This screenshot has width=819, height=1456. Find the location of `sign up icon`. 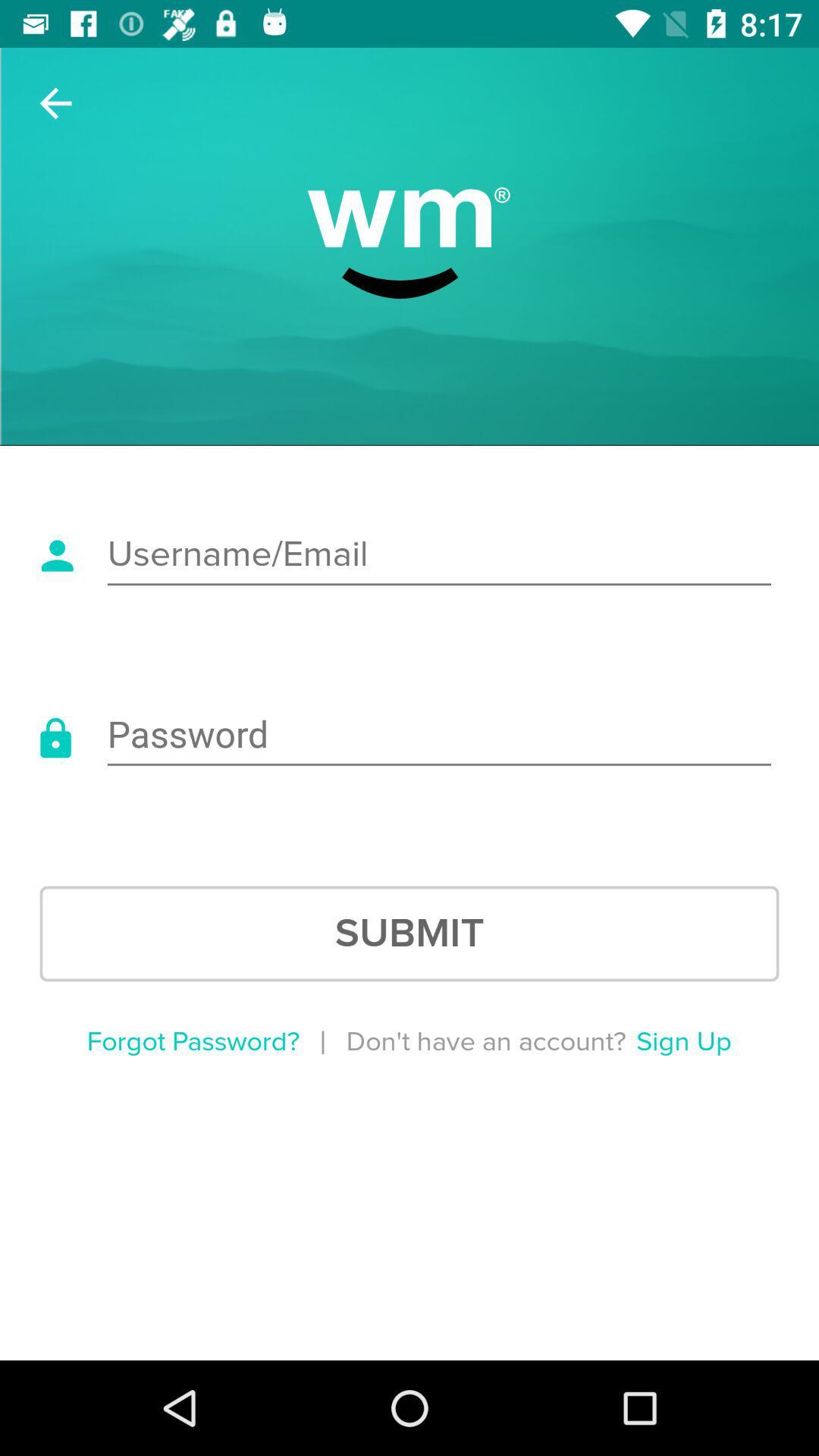

sign up icon is located at coordinates (683, 1041).